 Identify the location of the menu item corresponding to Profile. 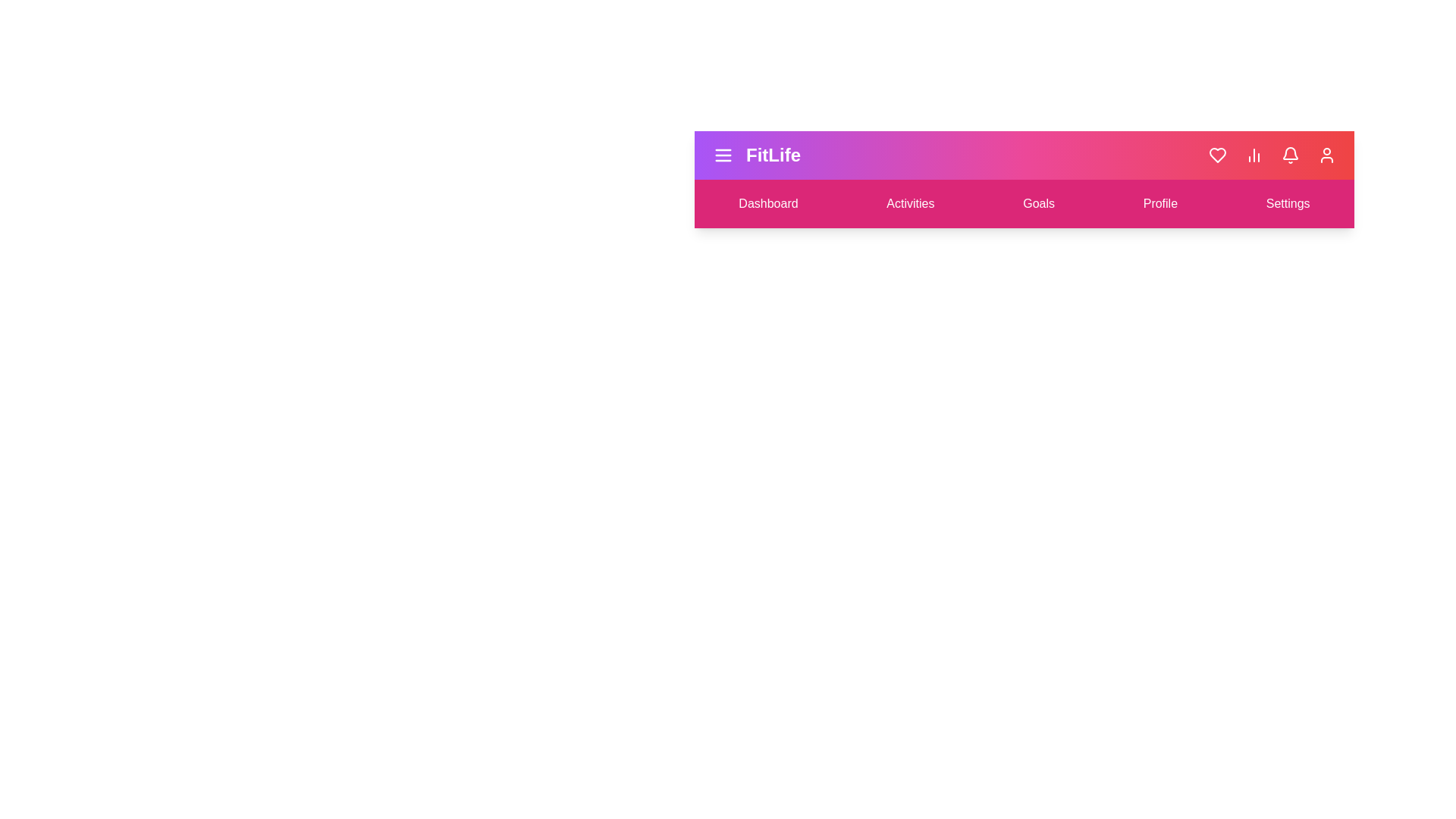
(1159, 203).